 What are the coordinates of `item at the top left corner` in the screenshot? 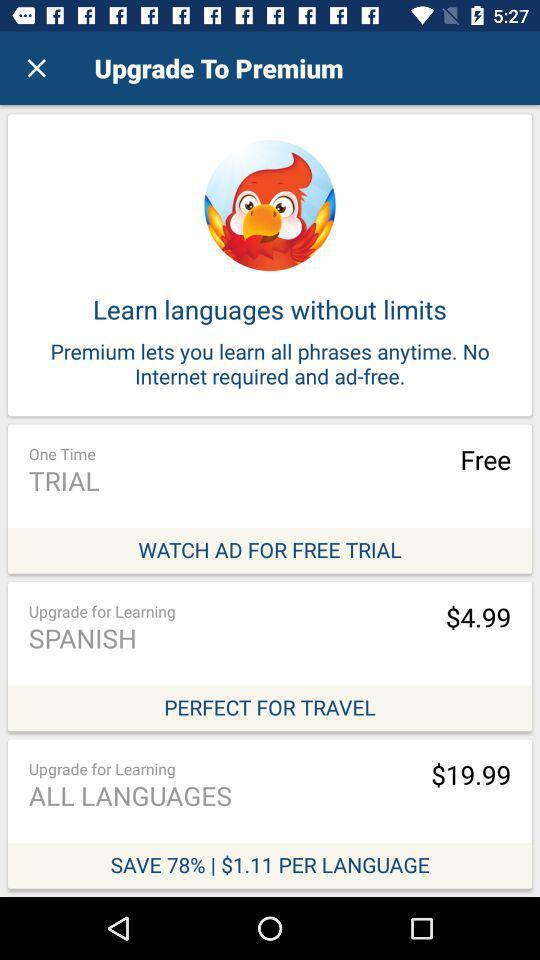 It's located at (36, 68).